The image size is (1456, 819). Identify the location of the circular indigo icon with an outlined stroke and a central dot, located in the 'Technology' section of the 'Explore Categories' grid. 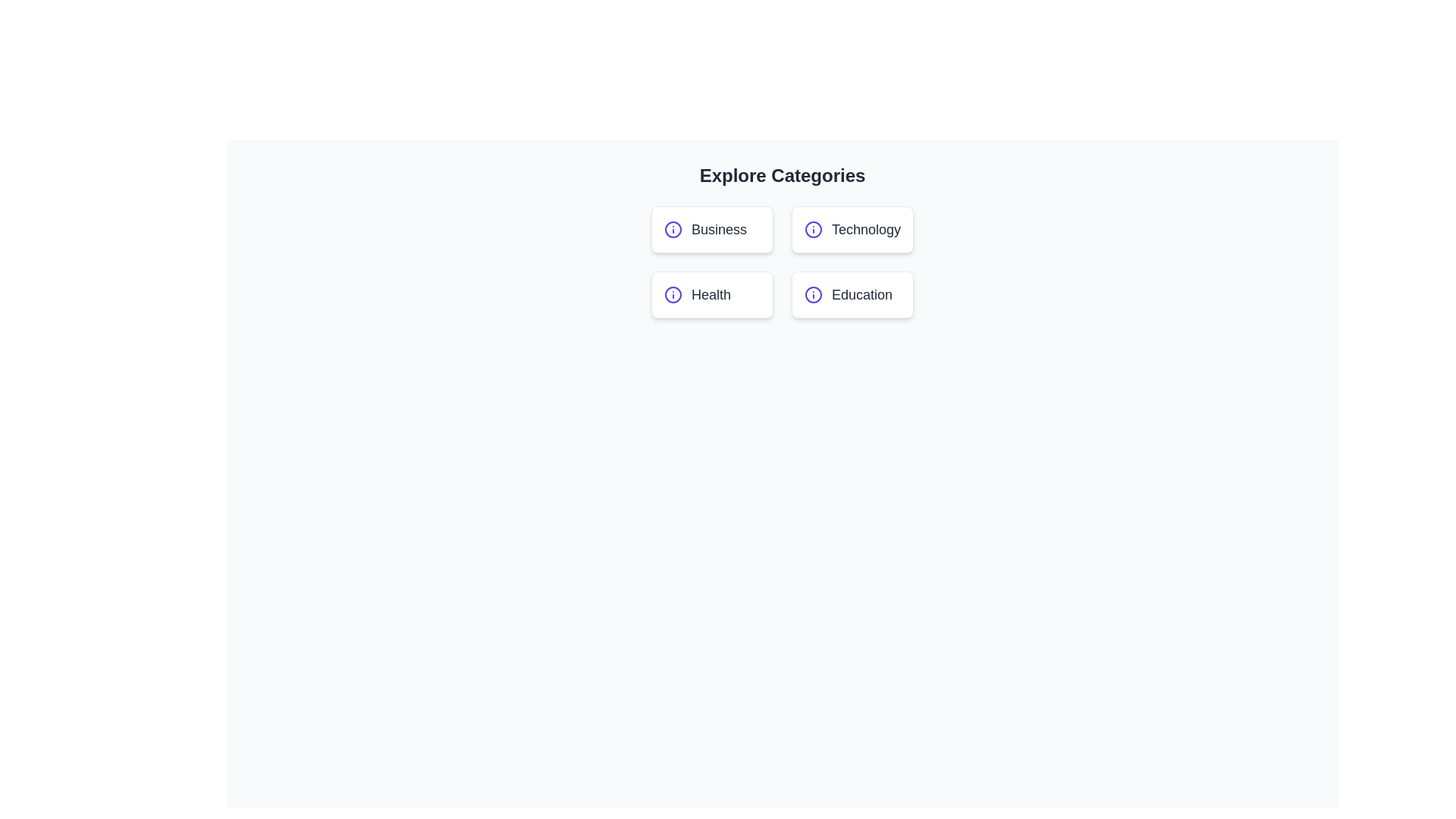
(813, 230).